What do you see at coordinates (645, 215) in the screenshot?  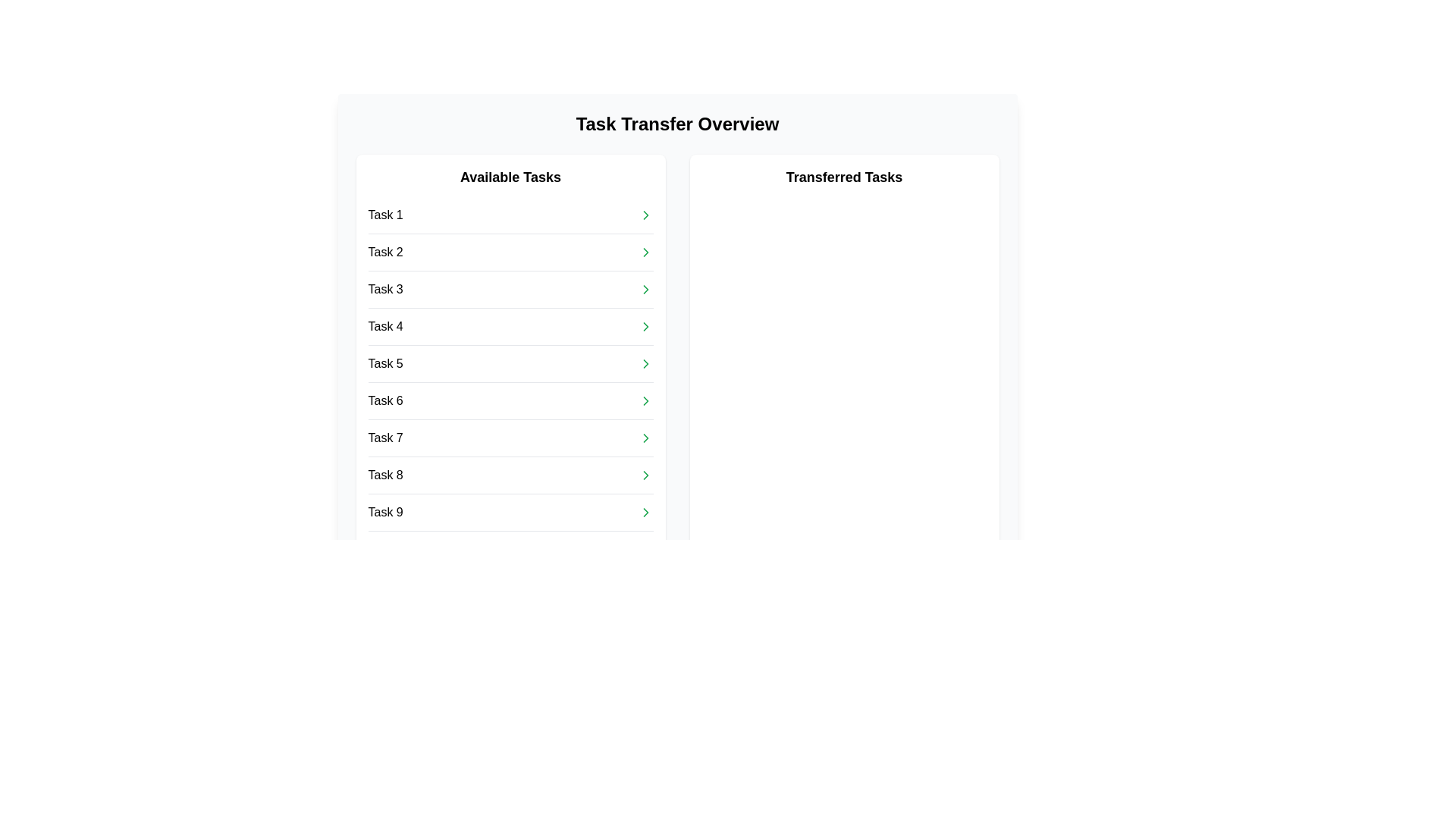 I see `the arrow icon button located on the far right side of the 'Task 1' row in the 'Available Tasks' list` at bounding box center [645, 215].